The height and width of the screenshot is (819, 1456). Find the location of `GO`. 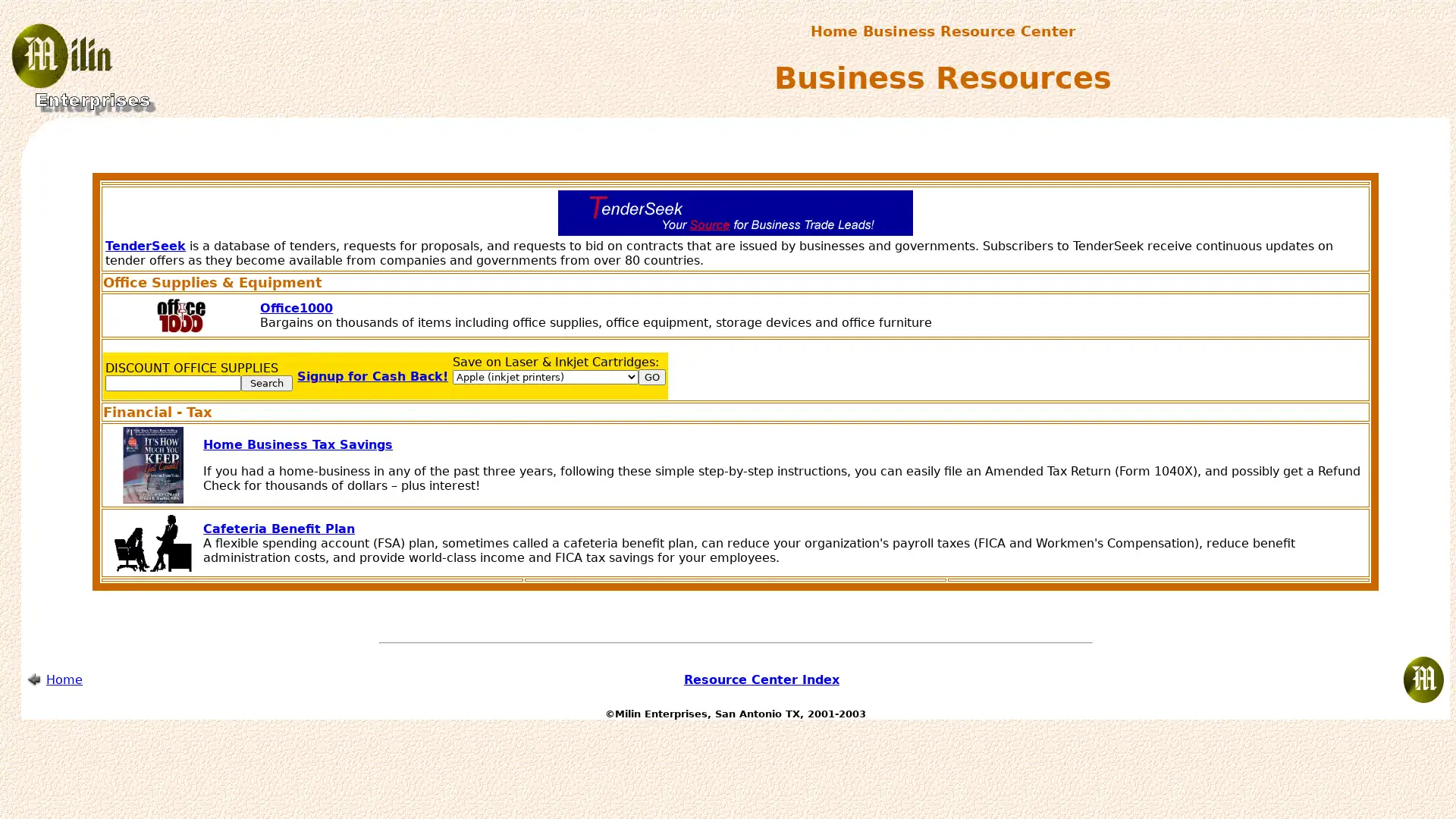

GO is located at coordinates (651, 376).